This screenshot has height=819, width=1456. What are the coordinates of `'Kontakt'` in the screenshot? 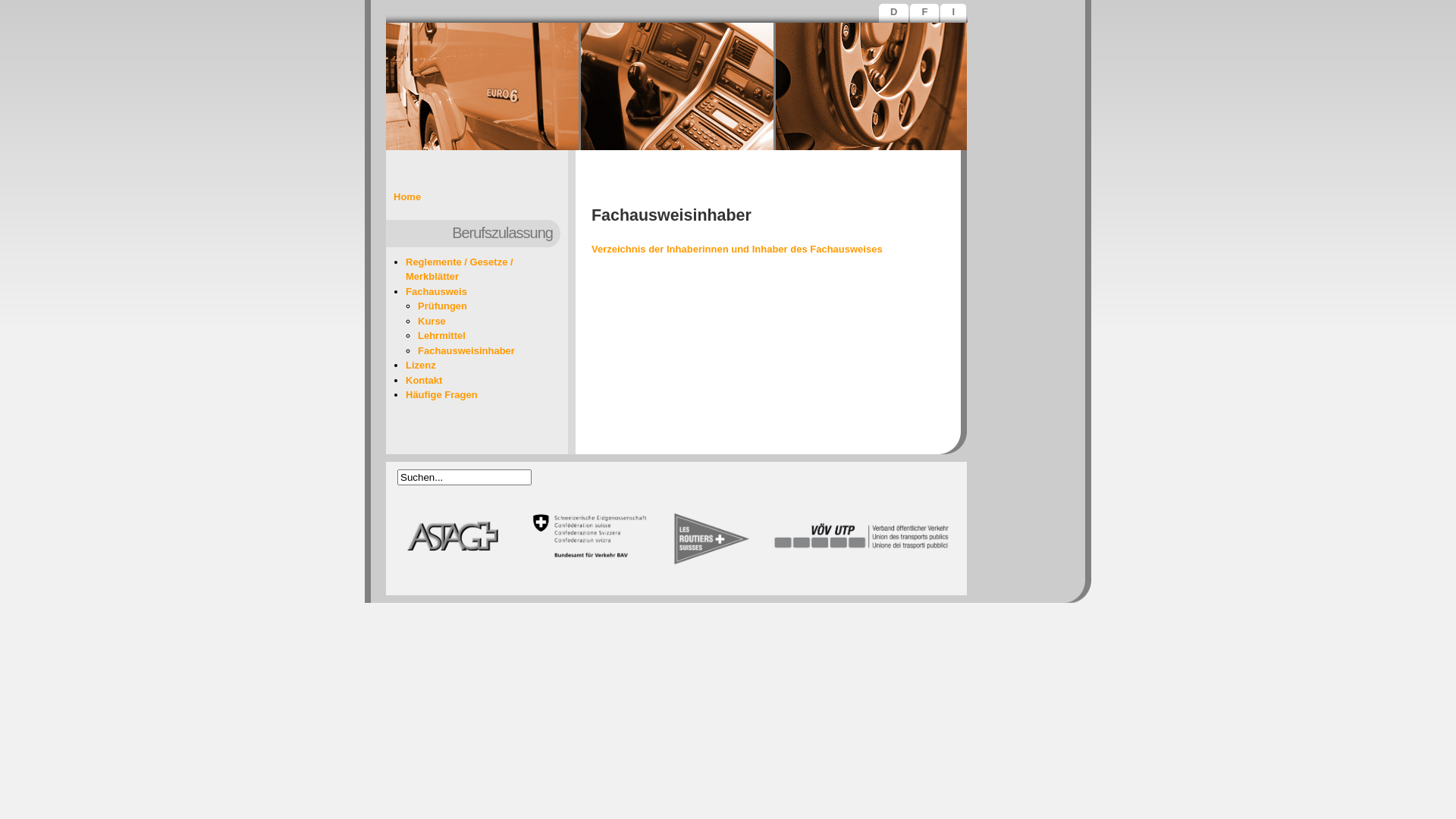 It's located at (423, 379).